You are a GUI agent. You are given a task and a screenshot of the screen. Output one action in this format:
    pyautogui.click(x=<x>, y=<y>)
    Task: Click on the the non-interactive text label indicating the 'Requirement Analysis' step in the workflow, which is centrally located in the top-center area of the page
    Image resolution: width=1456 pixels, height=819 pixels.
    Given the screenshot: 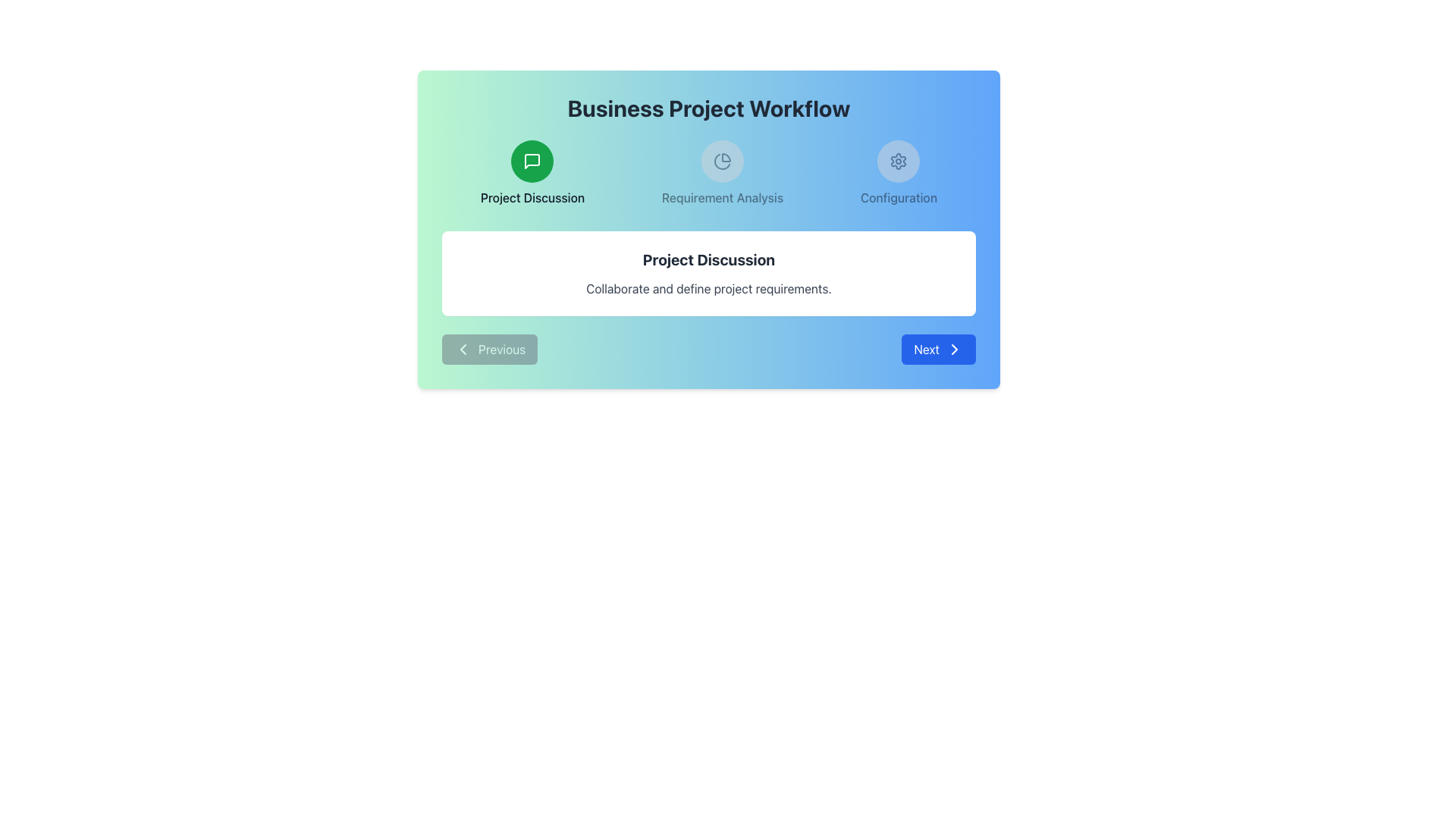 What is the action you would take?
    pyautogui.click(x=721, y=197)
    